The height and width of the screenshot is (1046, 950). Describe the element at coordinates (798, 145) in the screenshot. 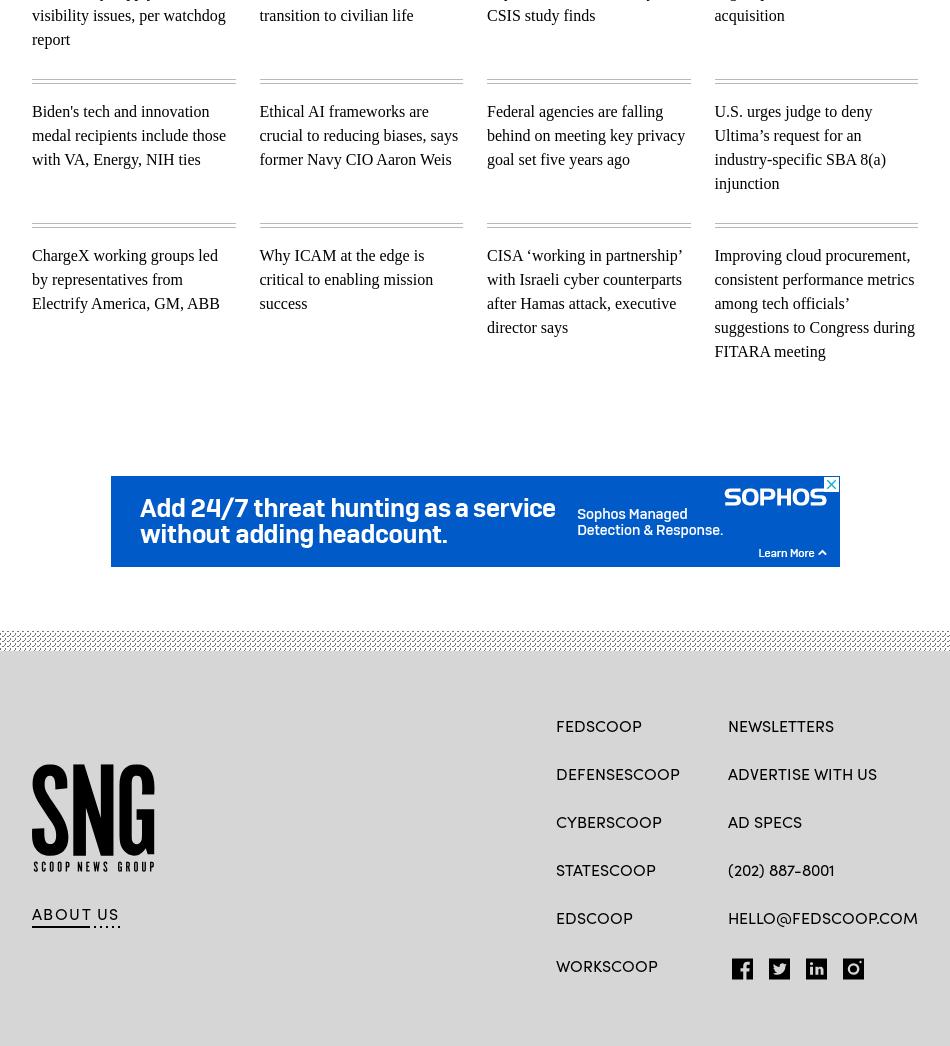

I see `'U.S. urges judge to deny Ultima’s request for an industry-specific SBA 8(a) injunction'` at that location.